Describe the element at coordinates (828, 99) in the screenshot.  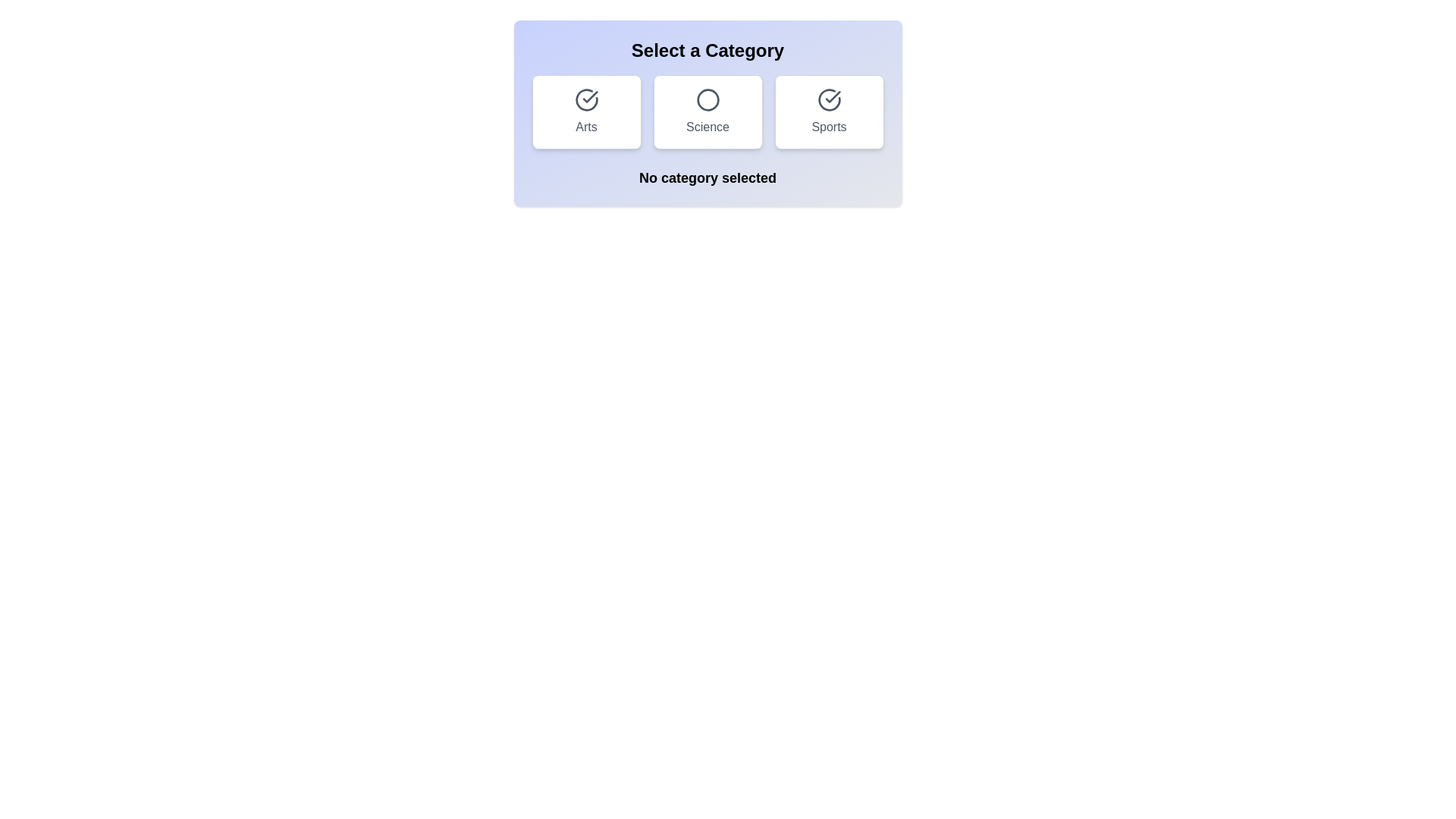
I see `the selection indication by clicking on the circular checkmark icon located at the top section of the 'Sports' category card` at that location.